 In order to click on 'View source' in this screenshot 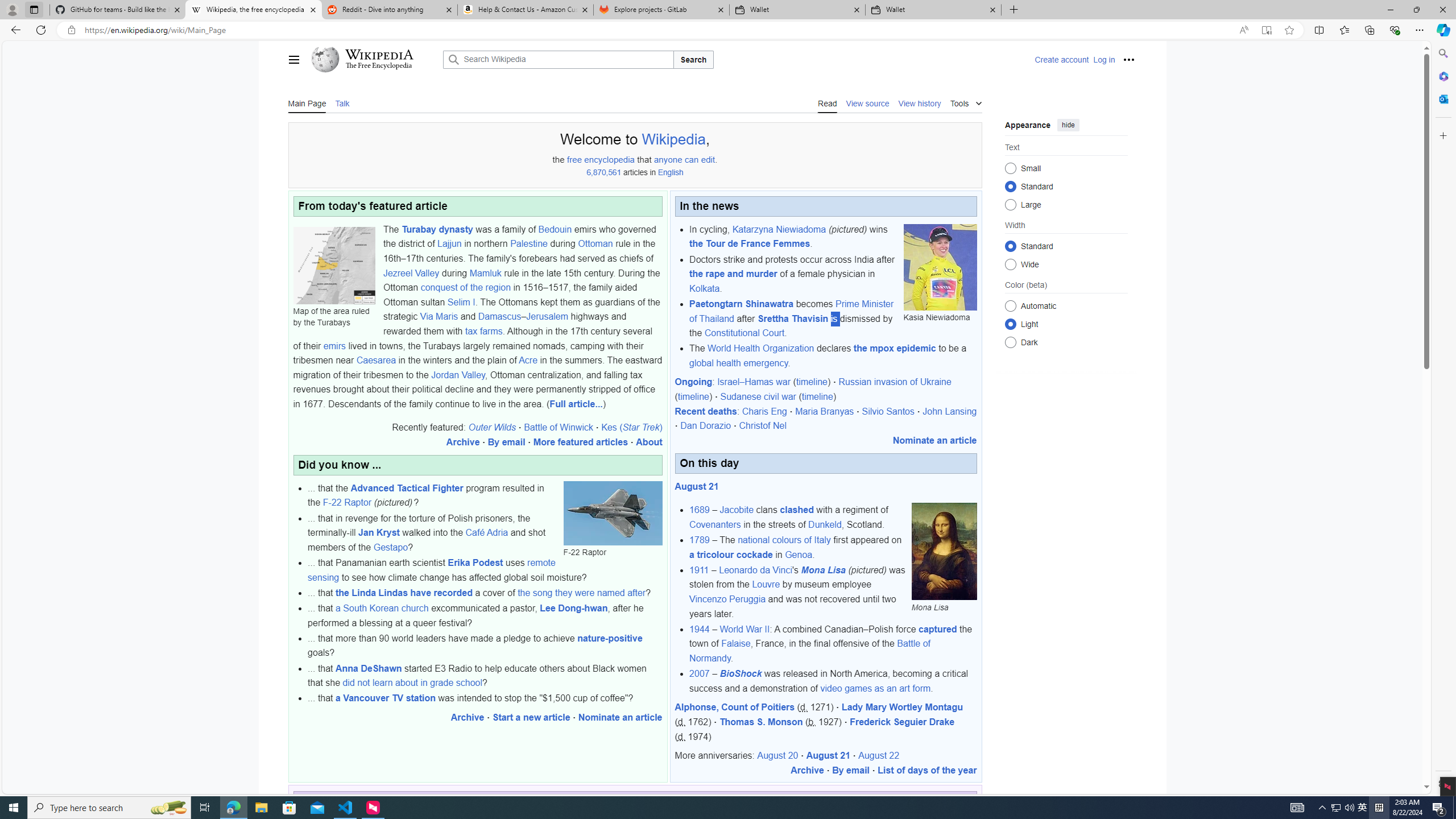, I will do `click(867, 102)`.